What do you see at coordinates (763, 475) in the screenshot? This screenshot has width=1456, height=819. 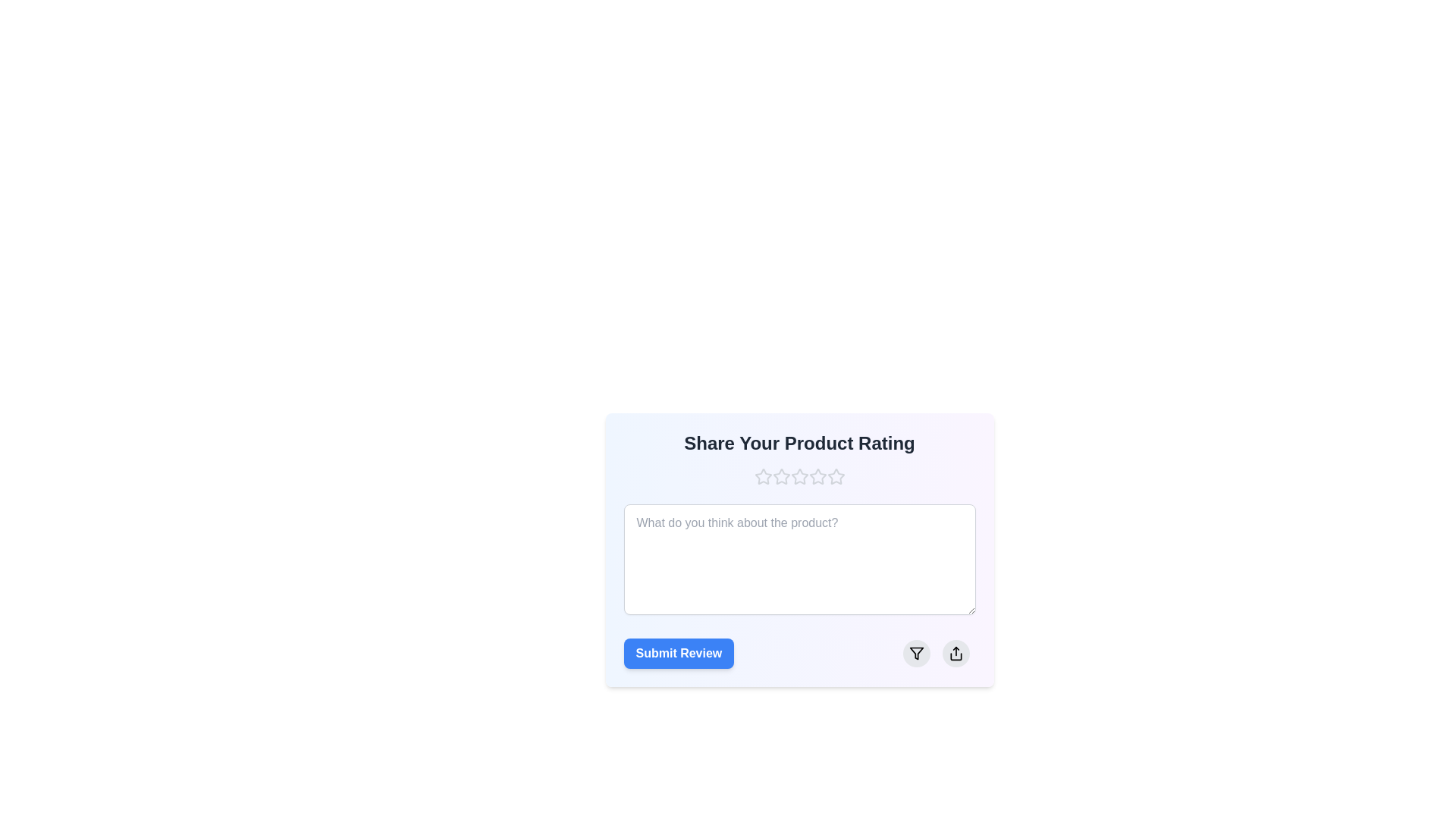 I see `the first star rating icon in the rating component located below the 'Share Your Product Rating' header` at bounding box center [763, 475].